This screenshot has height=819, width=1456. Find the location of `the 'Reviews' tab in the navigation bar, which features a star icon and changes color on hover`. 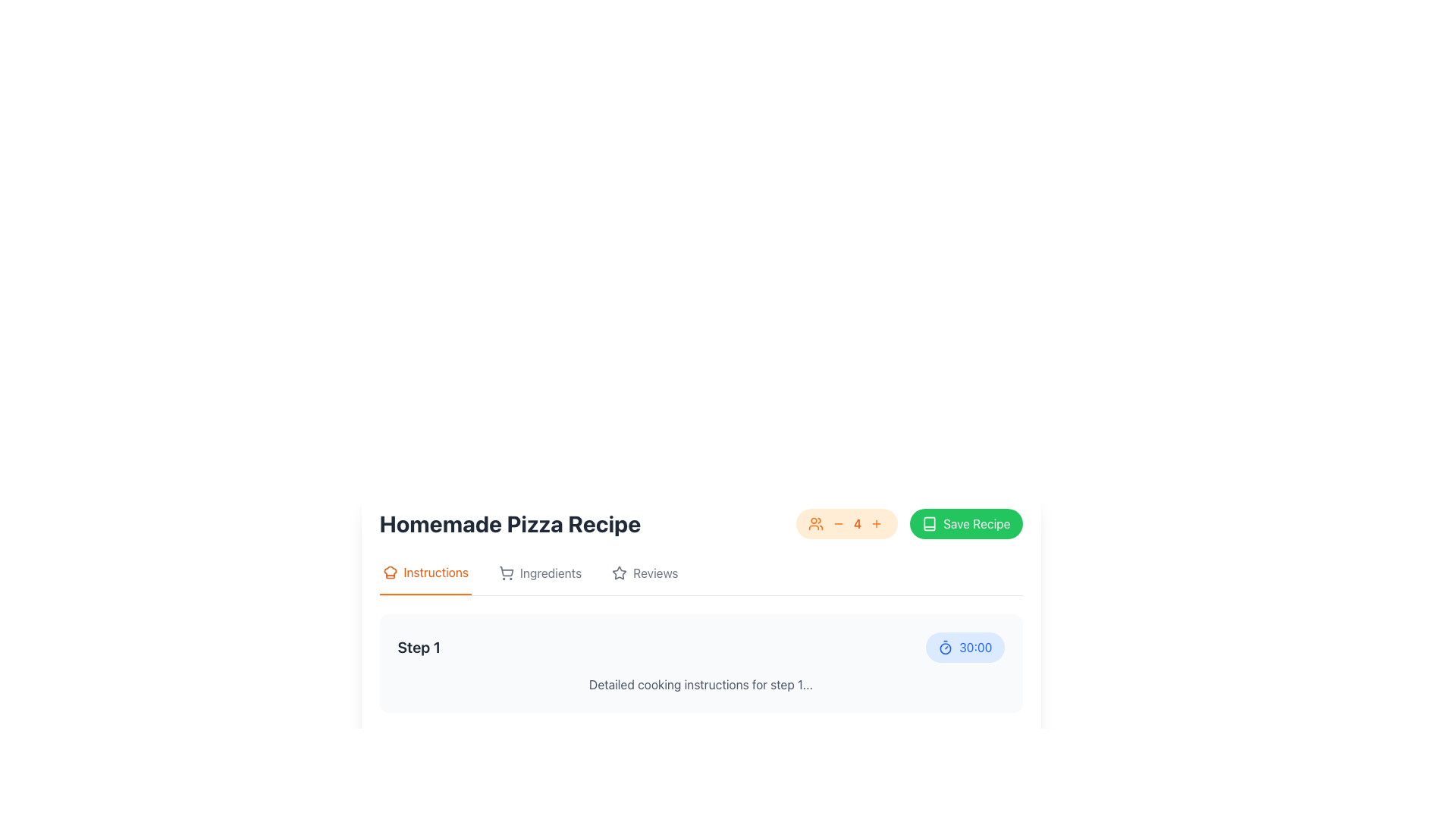

the 'Reviews' tab in the navigation bar, which features a star icon and changes color on hover is located at coordinates (645, 579).